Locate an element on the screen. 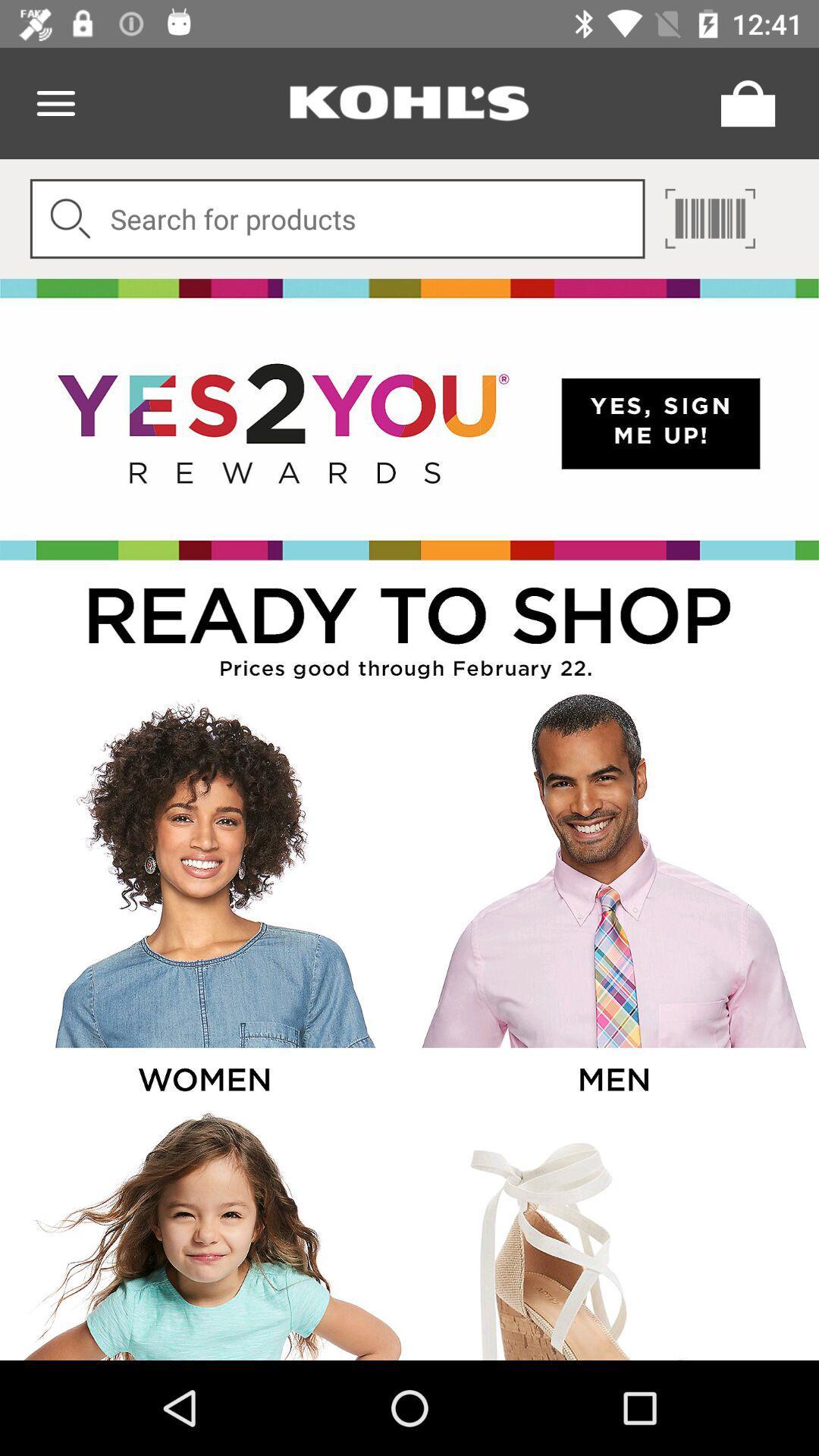 This screenshot has height=1456, width=819. shoes products link is located at coordinates (612, 1234).